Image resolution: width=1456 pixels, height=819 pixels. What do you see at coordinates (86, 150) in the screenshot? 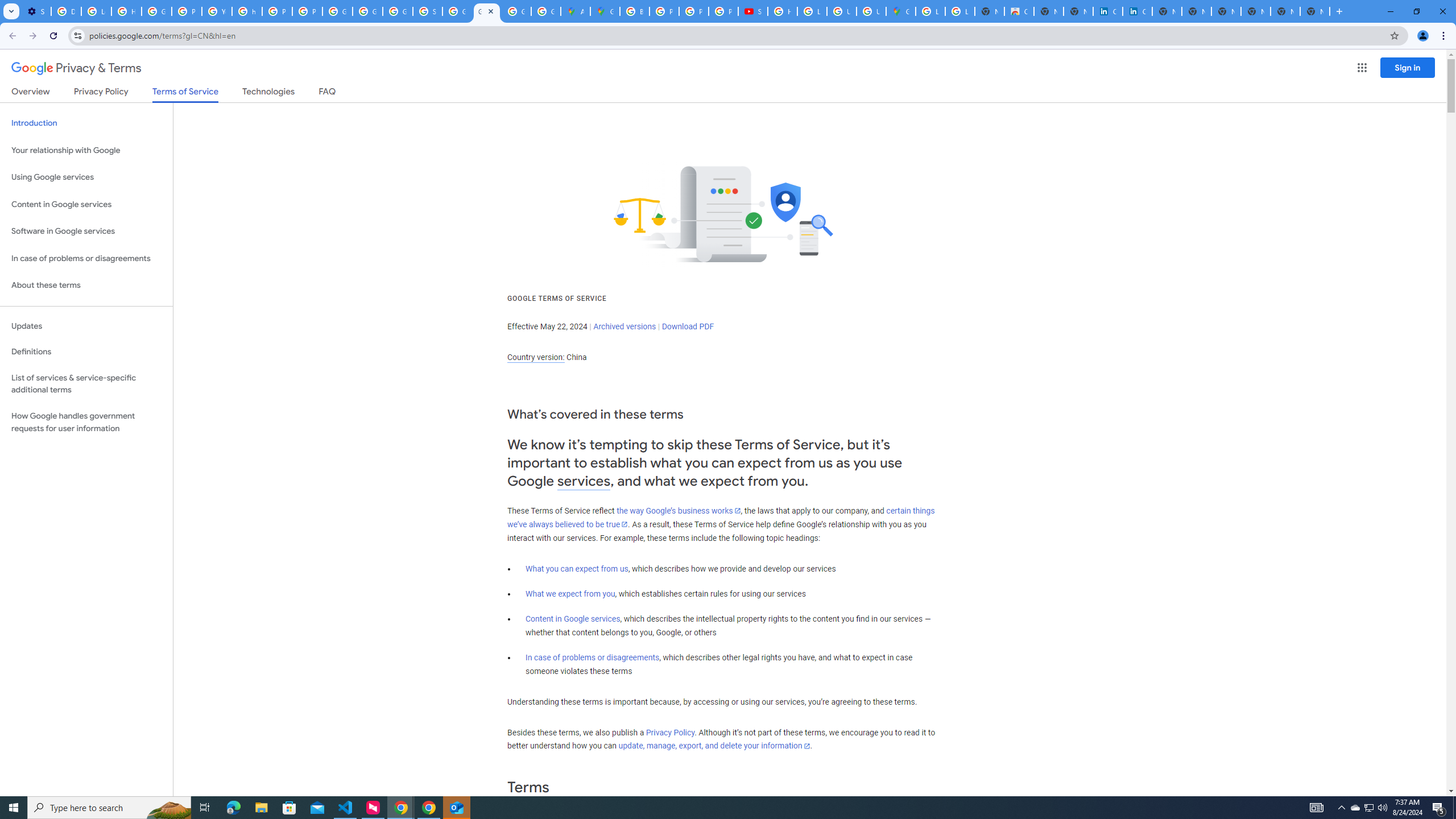
I see `'Your relationship with Google'` at bounding box center [86, 150].